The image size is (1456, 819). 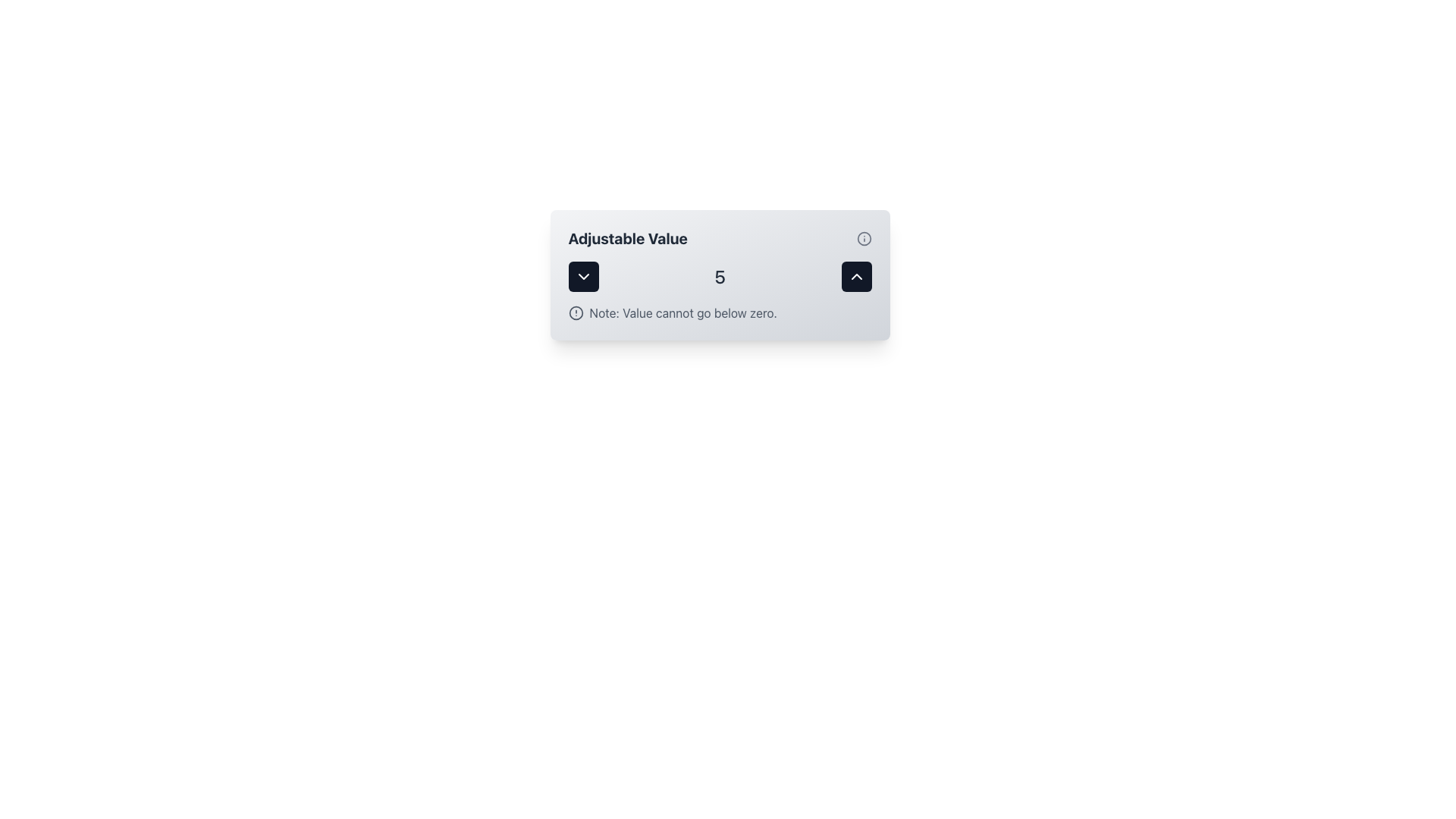 I want to click on the icon inside the dark, rounded rectangular button located to the left of the value display ('5'), so click(x=582, y=277).